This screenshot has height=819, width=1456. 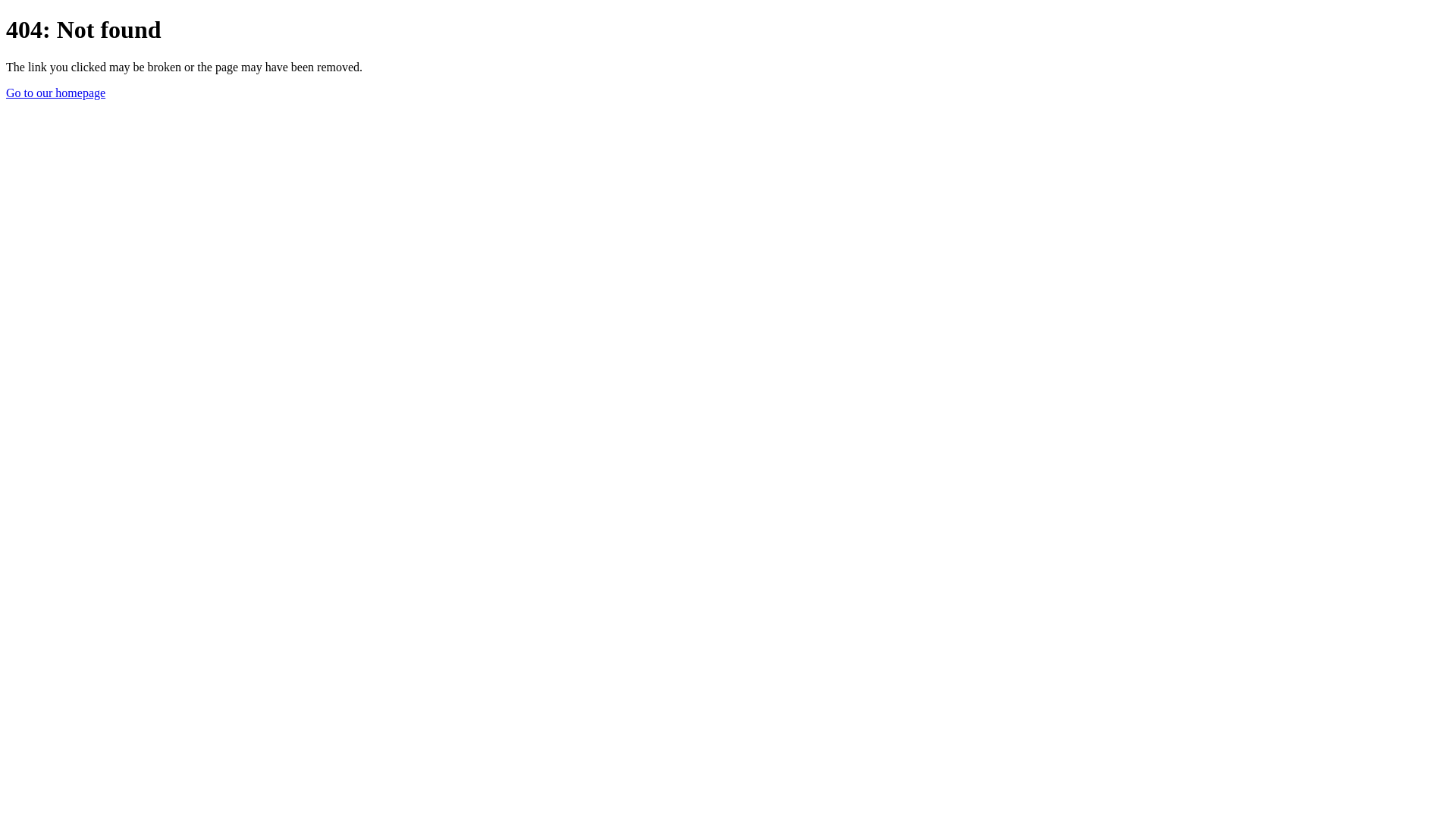 I want to click on 'Go to our homepage', so click(x=55, y=93).